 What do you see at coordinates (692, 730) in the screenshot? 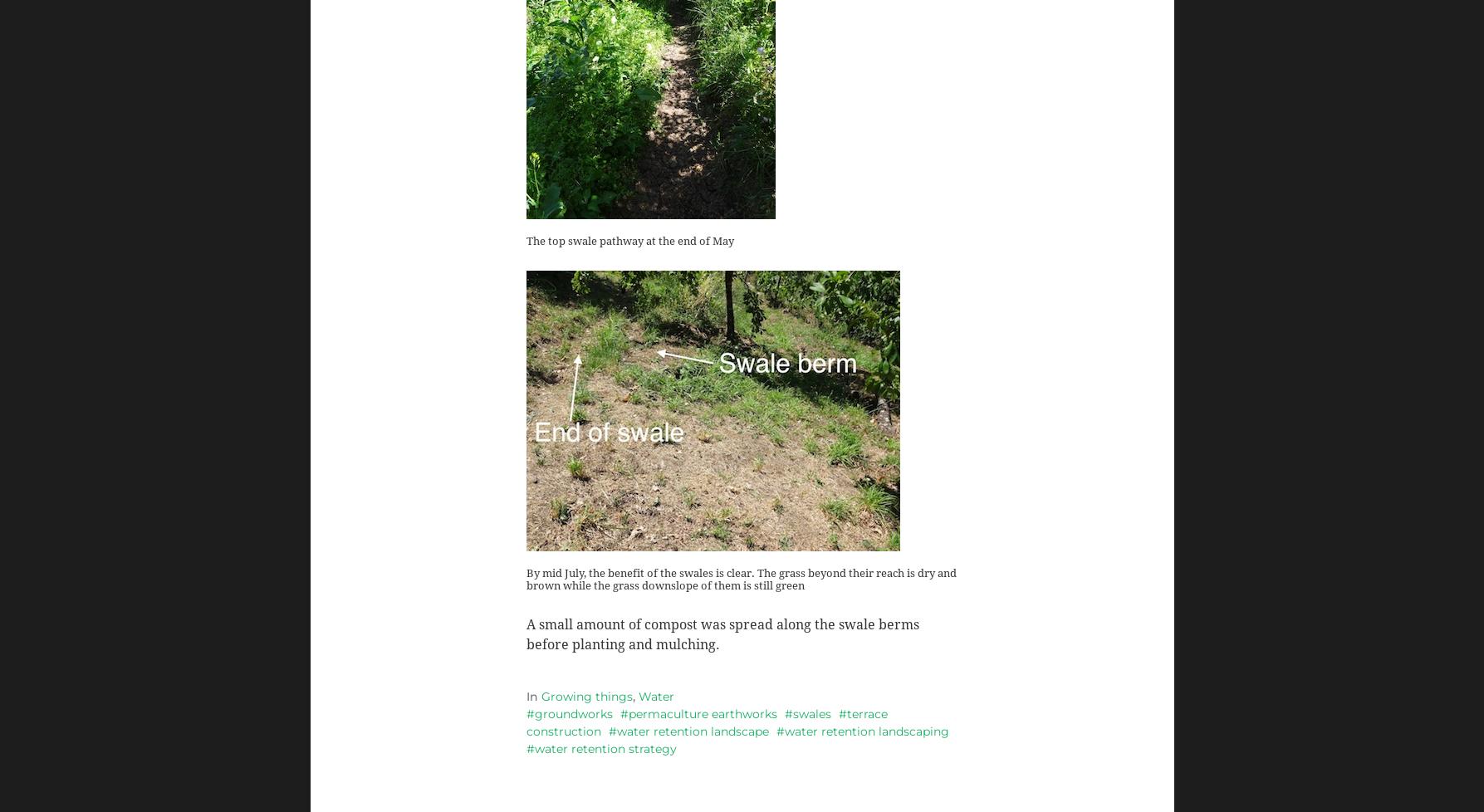
I see `'water retention landscape'` at bounding box center [692, 730].